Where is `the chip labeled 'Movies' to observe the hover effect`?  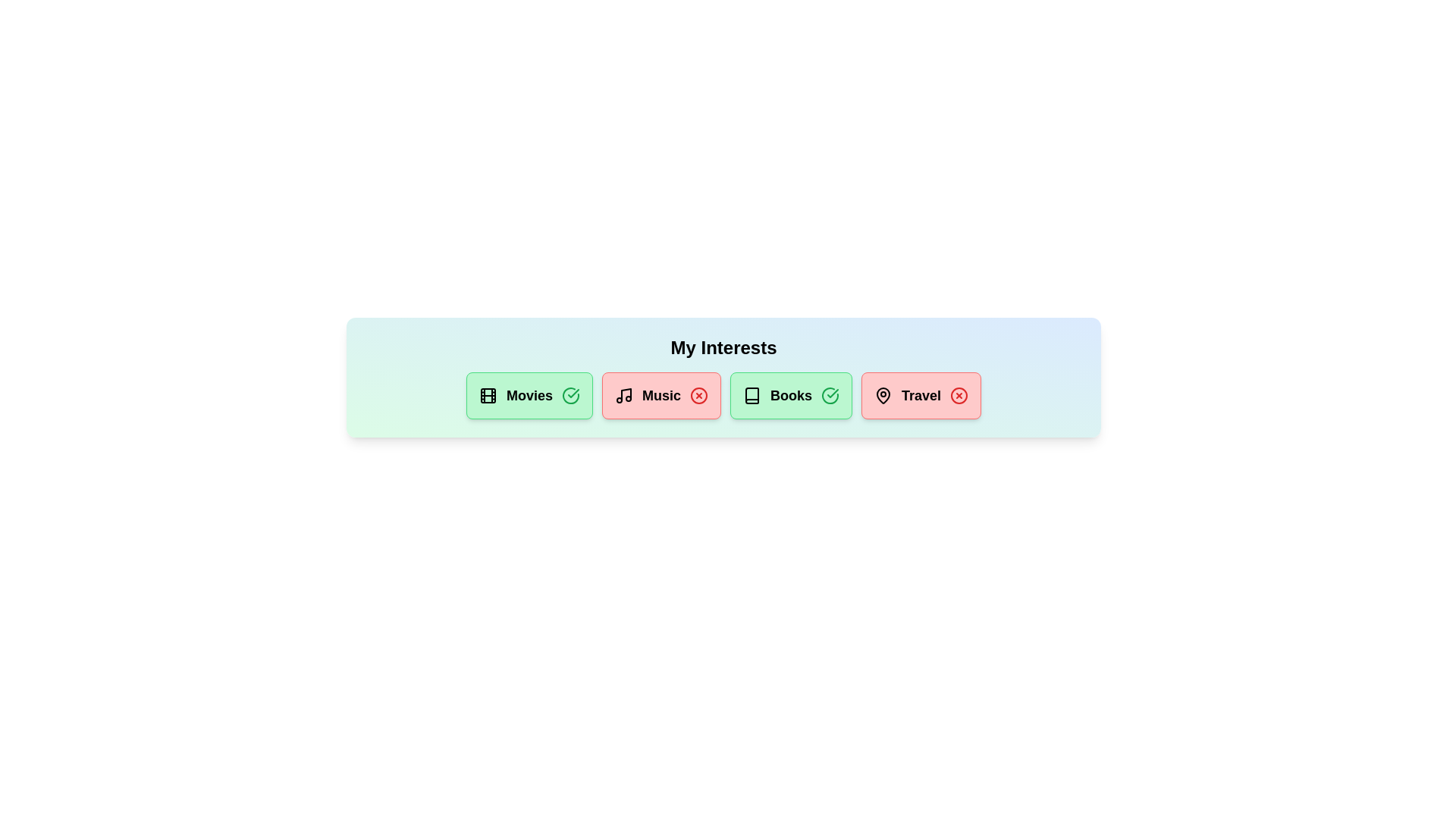
the chip labeled 'Movies' to observe the hover effect is located at coordinates (529, 394).